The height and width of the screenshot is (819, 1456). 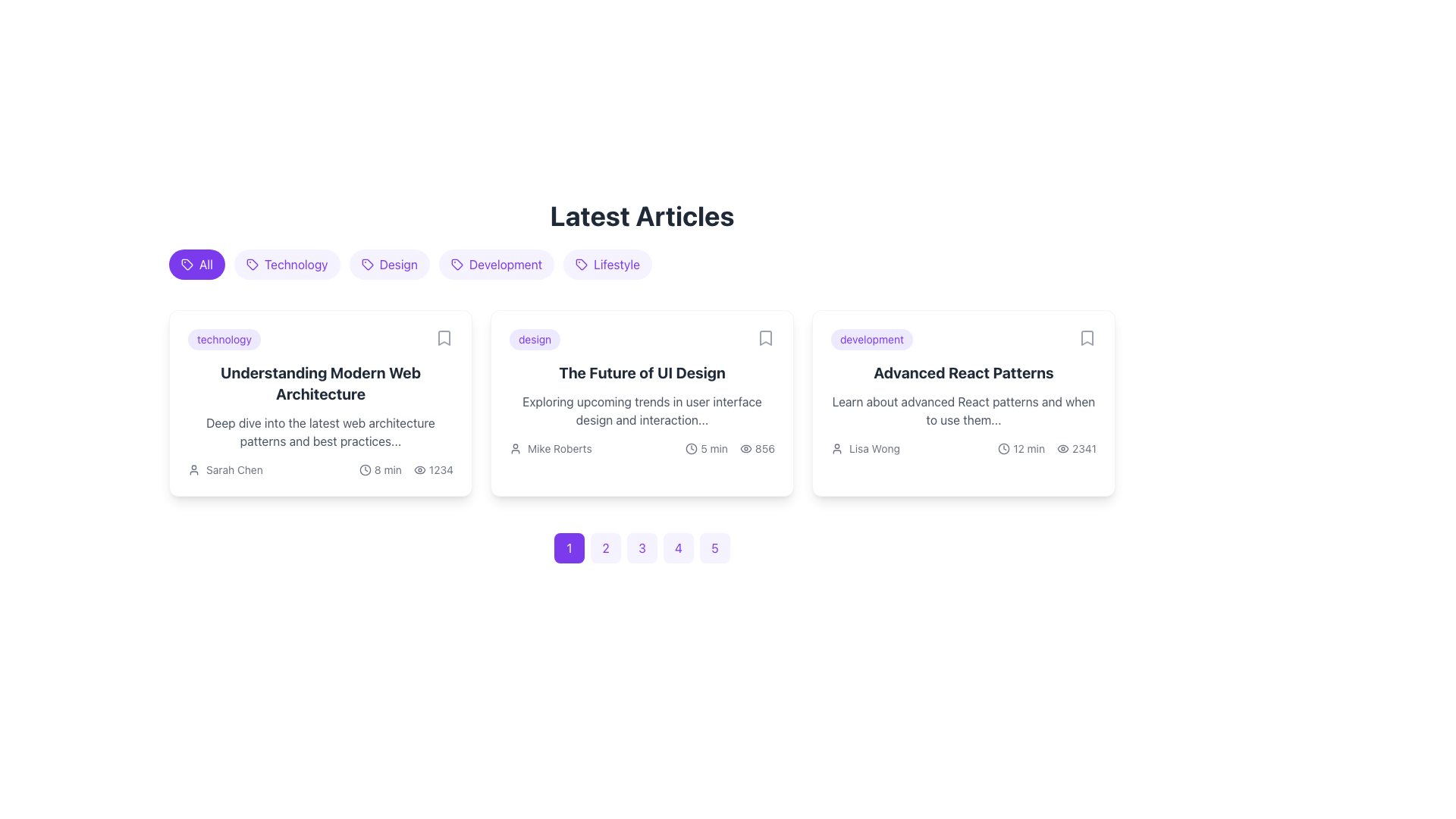 I want to click on the 'Technology' button, which is styled with a purple font on a light purple background, located in the category tags section of the article cards, second from the left, so click(x=296, y=263).